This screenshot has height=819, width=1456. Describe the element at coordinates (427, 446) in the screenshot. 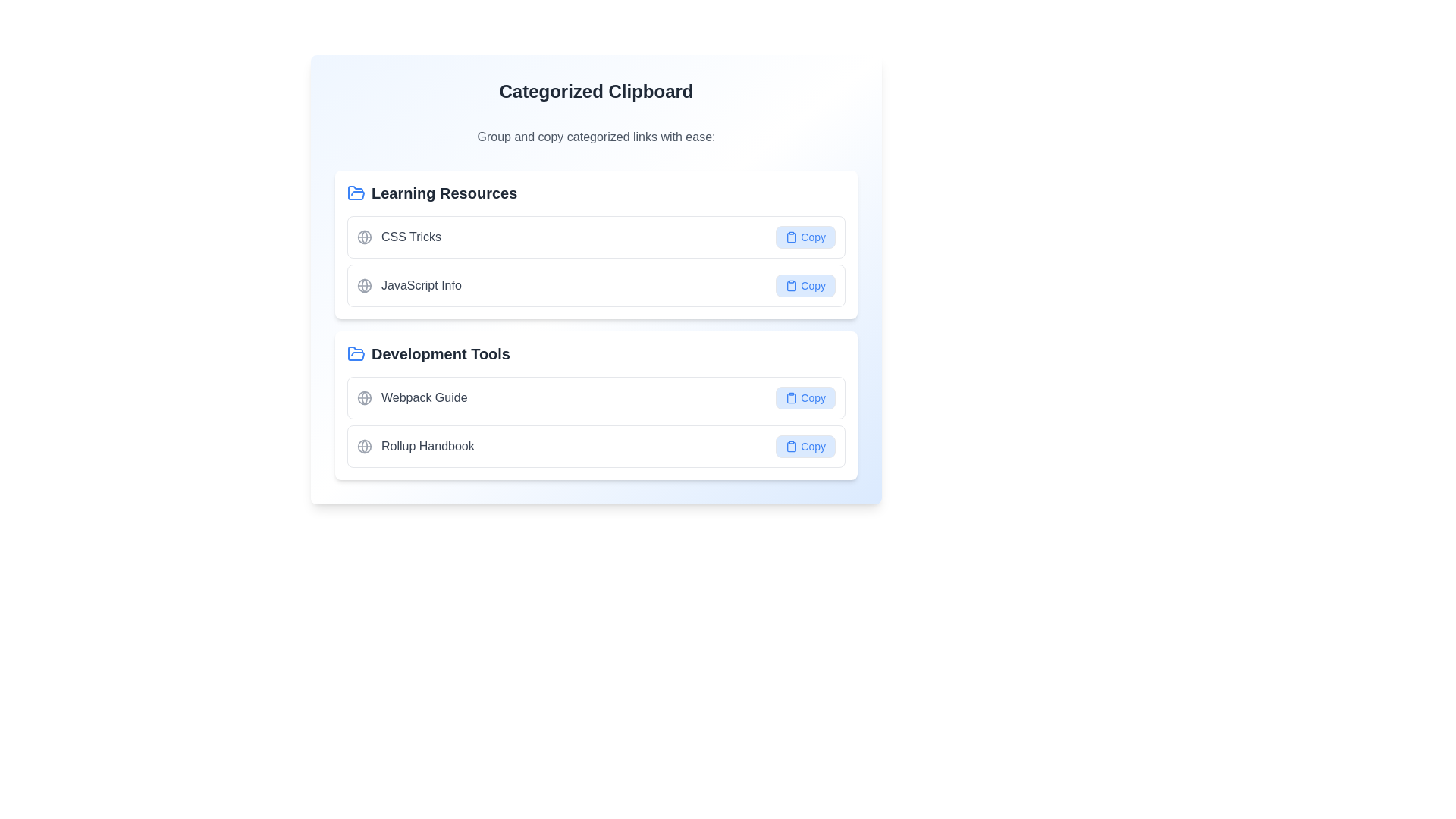

I see `the 'Rollup Handbook' text label element, which is styled in a bold font and positioned to the right of a globe icon in the 'Development Tools' section` at that location.